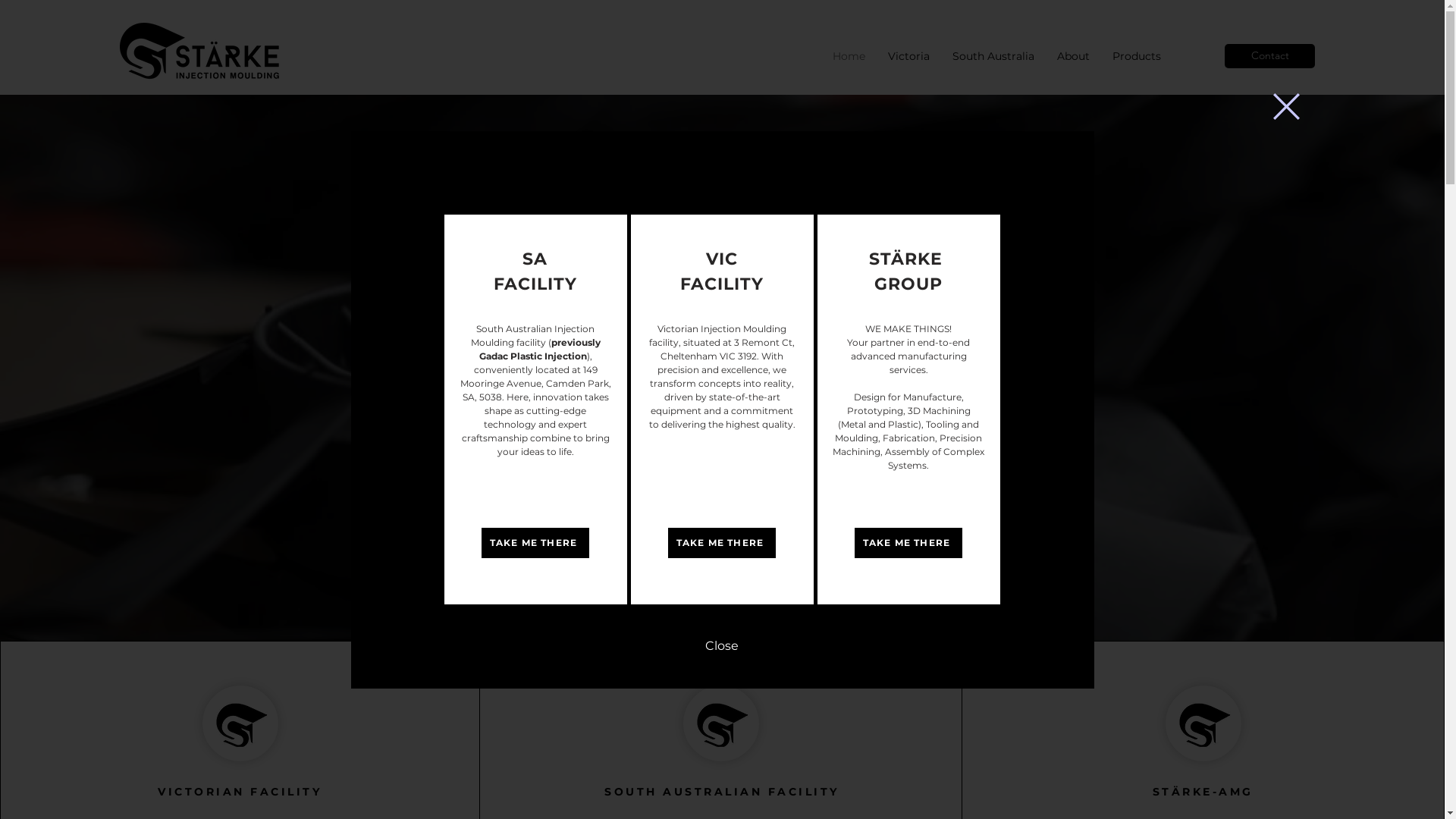  What do you see at coordinates (720, 542) in the screenshot?
I see `'TAKE ME THERE'` at bounding box center [720, 542].